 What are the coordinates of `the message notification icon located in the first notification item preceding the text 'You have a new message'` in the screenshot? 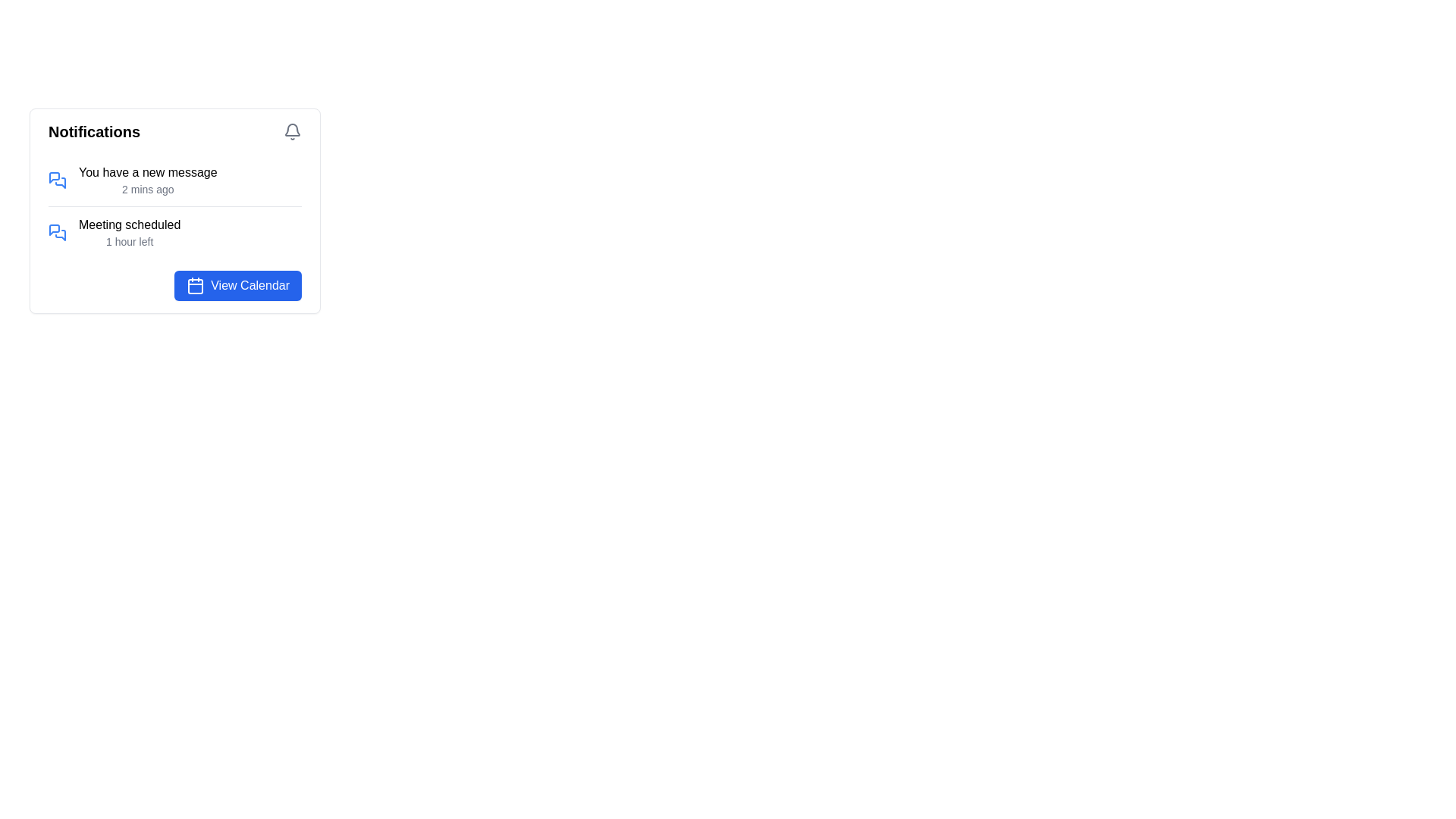 It's located at (58, 180).